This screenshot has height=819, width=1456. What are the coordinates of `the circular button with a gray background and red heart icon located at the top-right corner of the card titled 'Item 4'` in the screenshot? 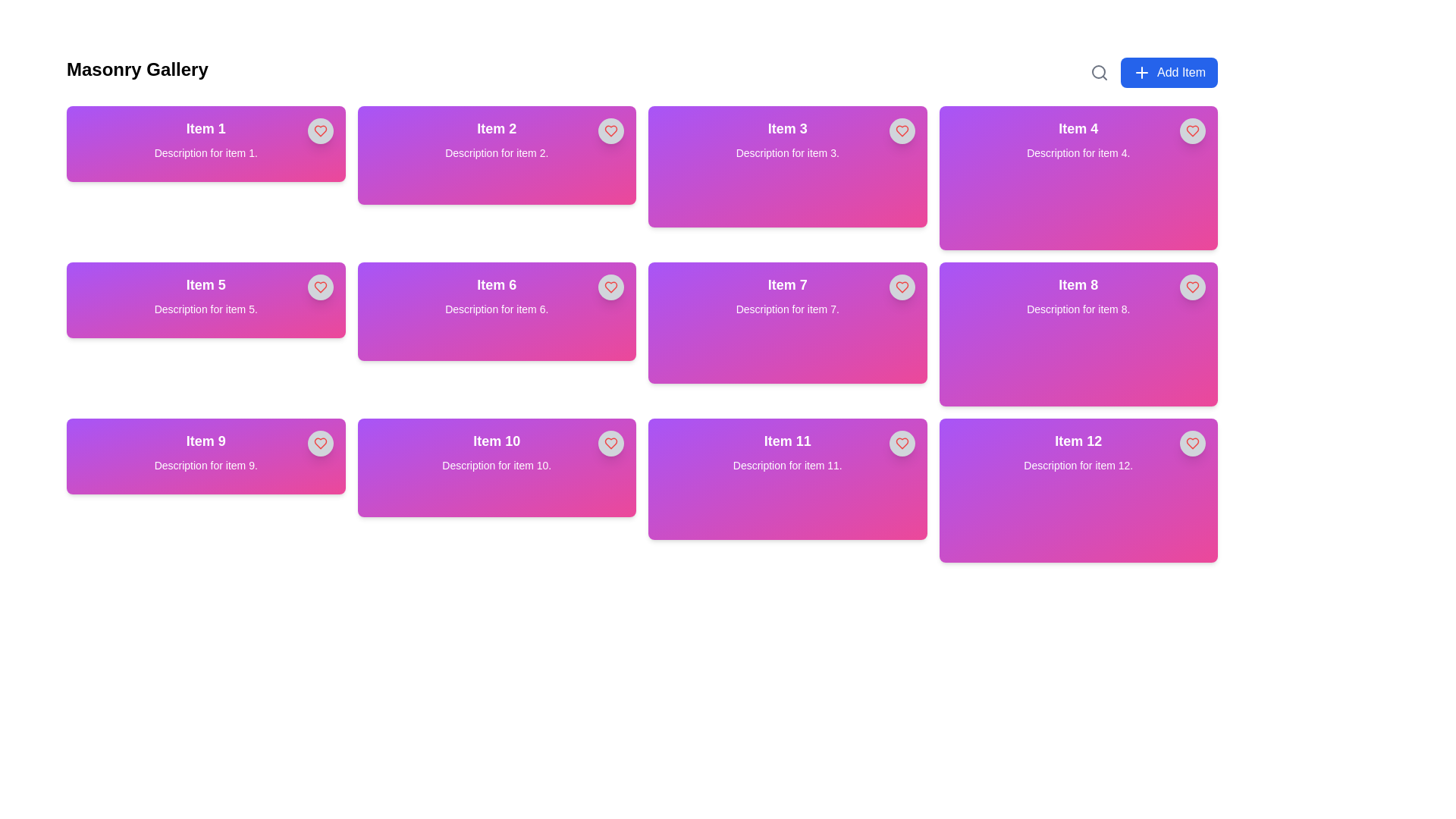 It's located at (1192, 130).